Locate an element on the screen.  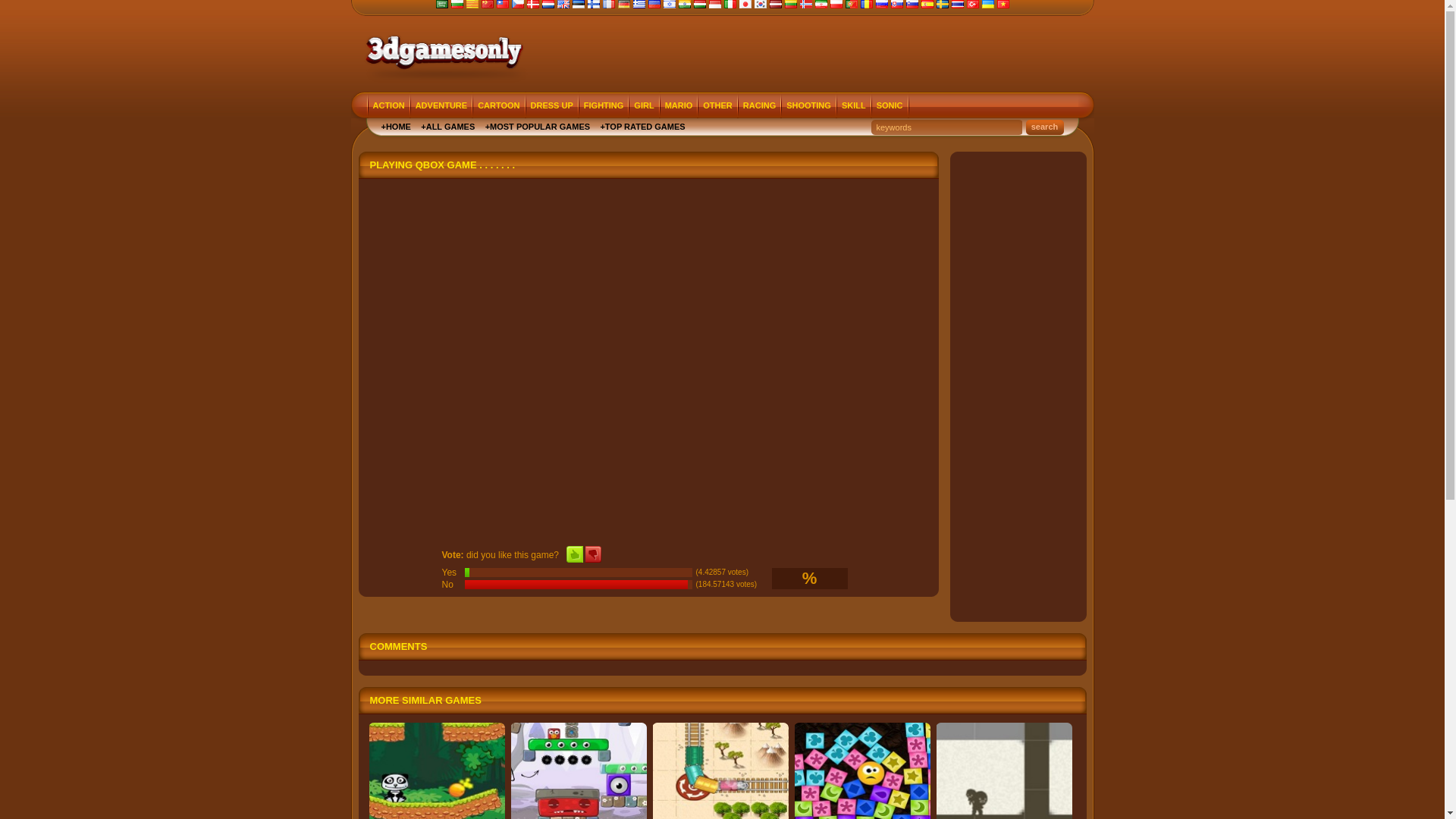
'SKILL' is located at coordinates (854, 105).